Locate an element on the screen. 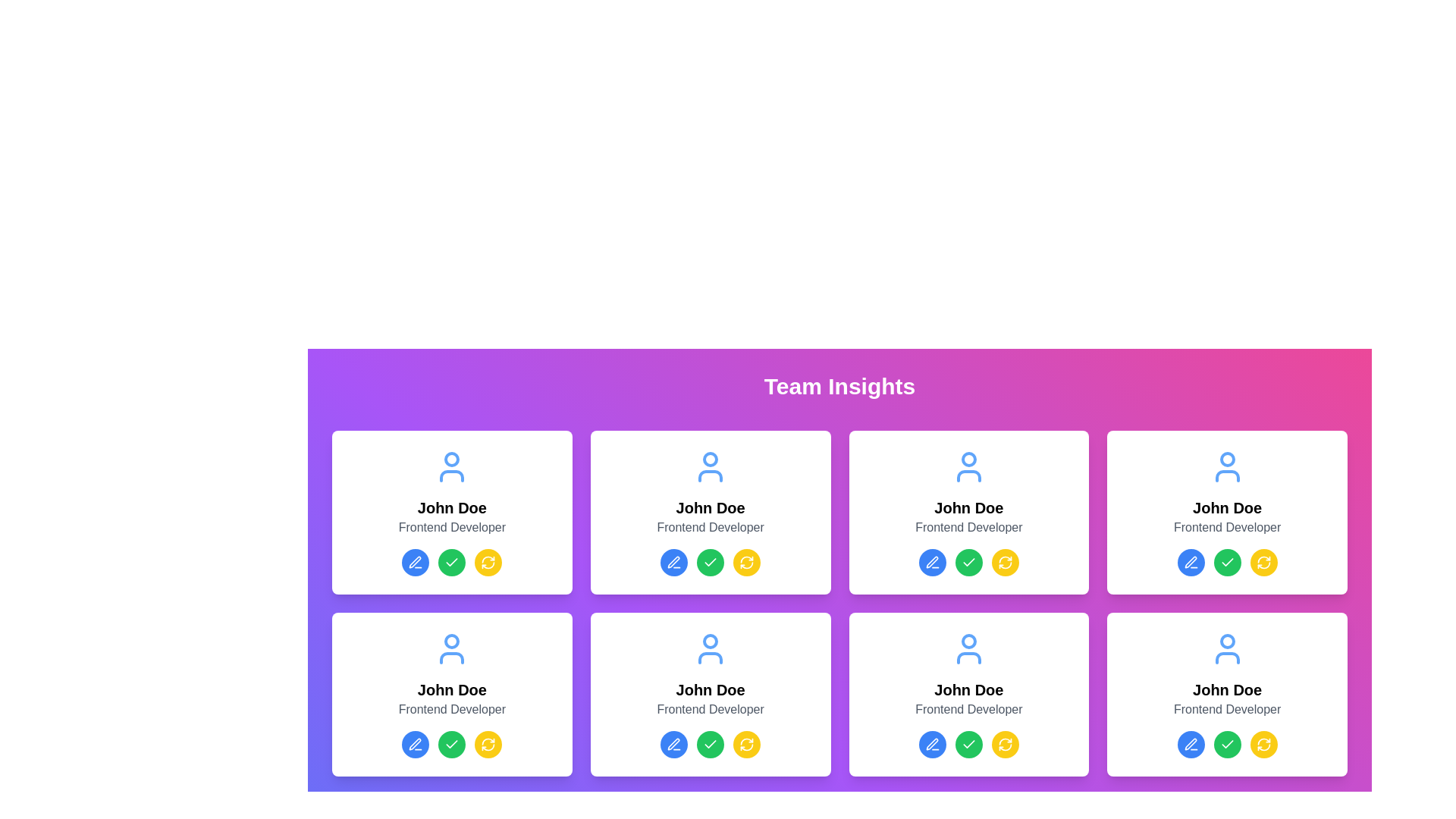 The image size is (1456, 819). text label 'John Doe' which is styled in bold and positioned centrally within the first card under 'Team Insights' is located at coordinates (451, 508).